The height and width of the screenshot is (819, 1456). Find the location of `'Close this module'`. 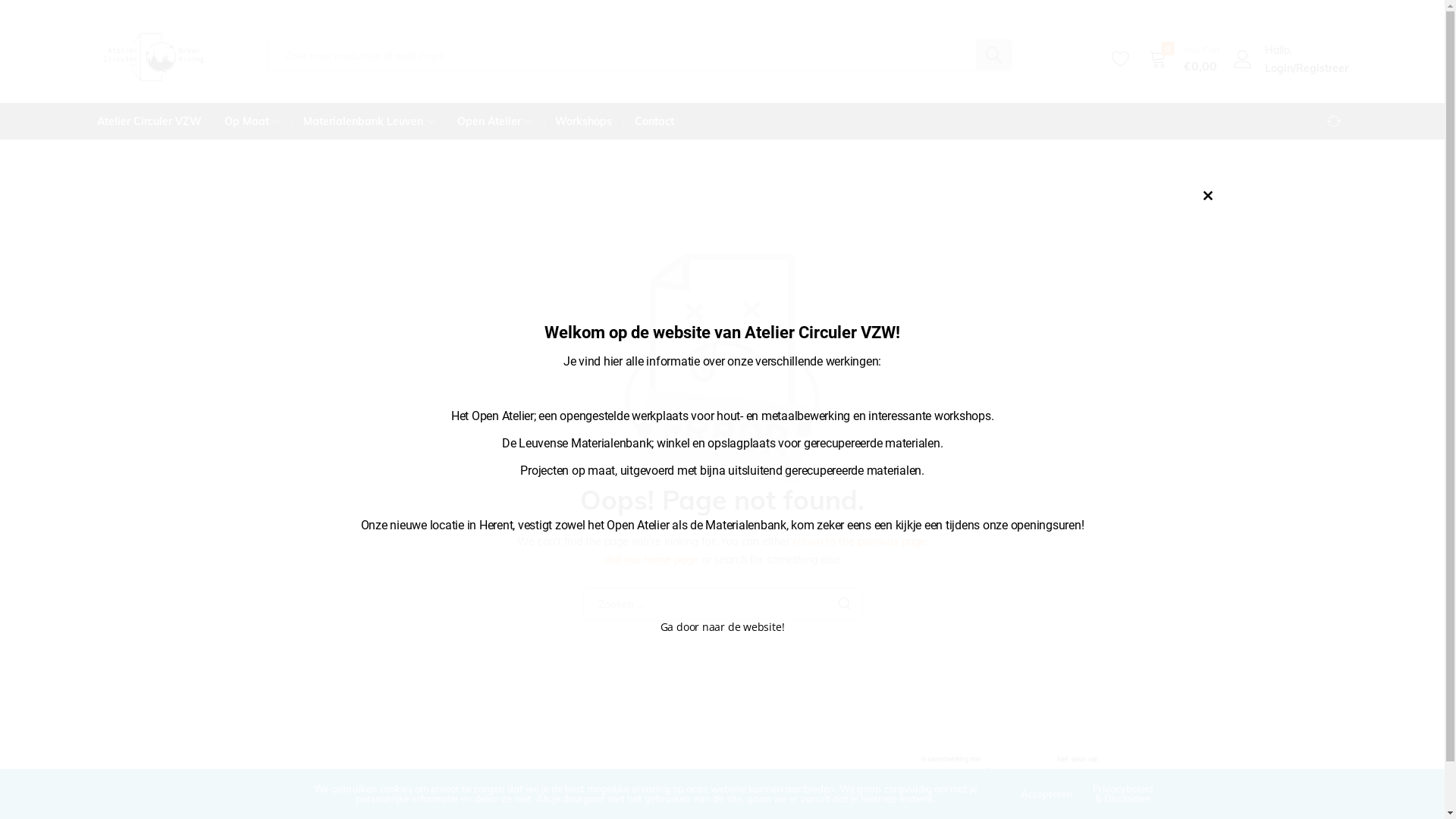

'Close this module' is located at coordinates (1207, 195).